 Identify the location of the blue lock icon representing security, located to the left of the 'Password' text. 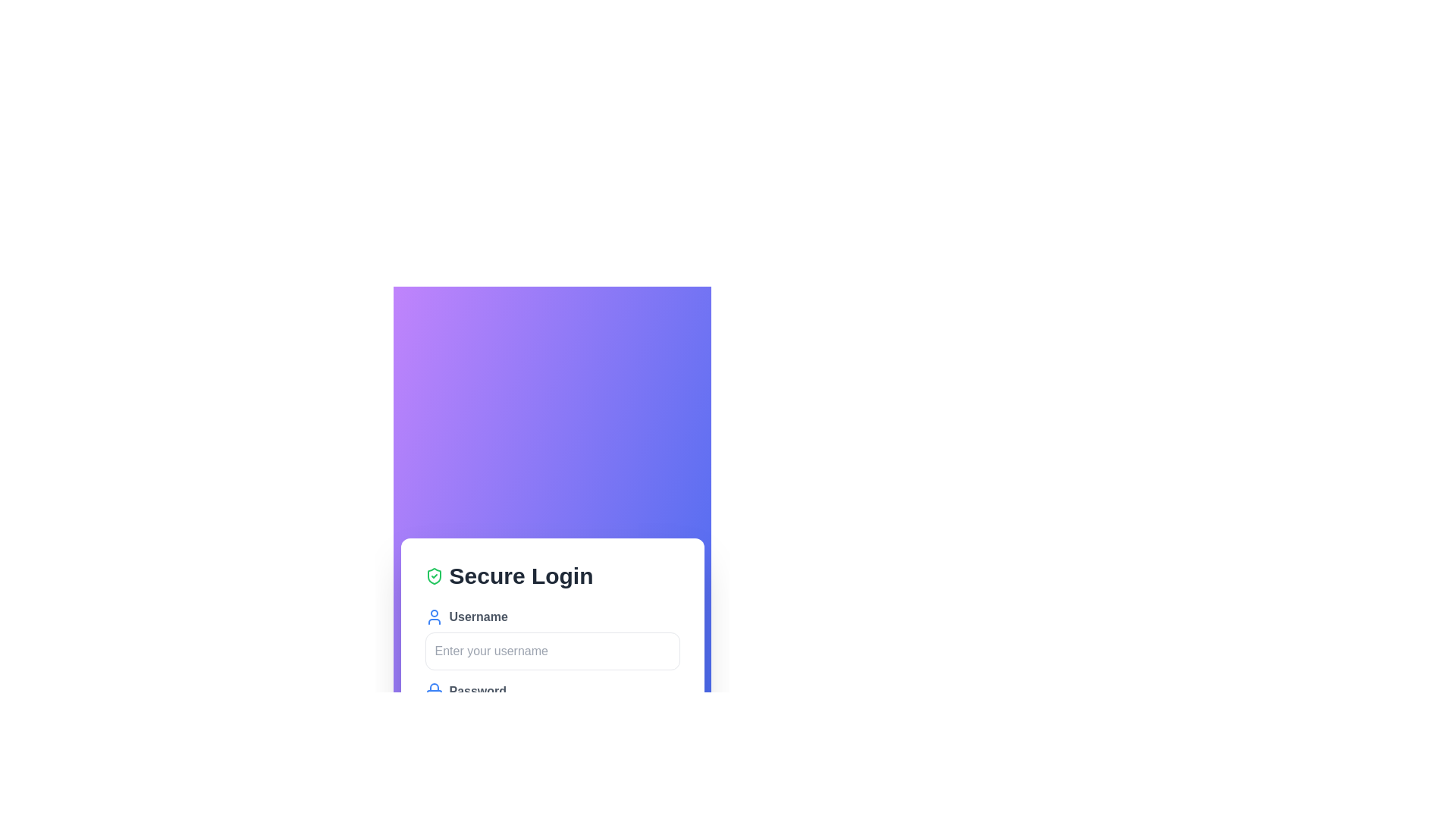
(433, 691).